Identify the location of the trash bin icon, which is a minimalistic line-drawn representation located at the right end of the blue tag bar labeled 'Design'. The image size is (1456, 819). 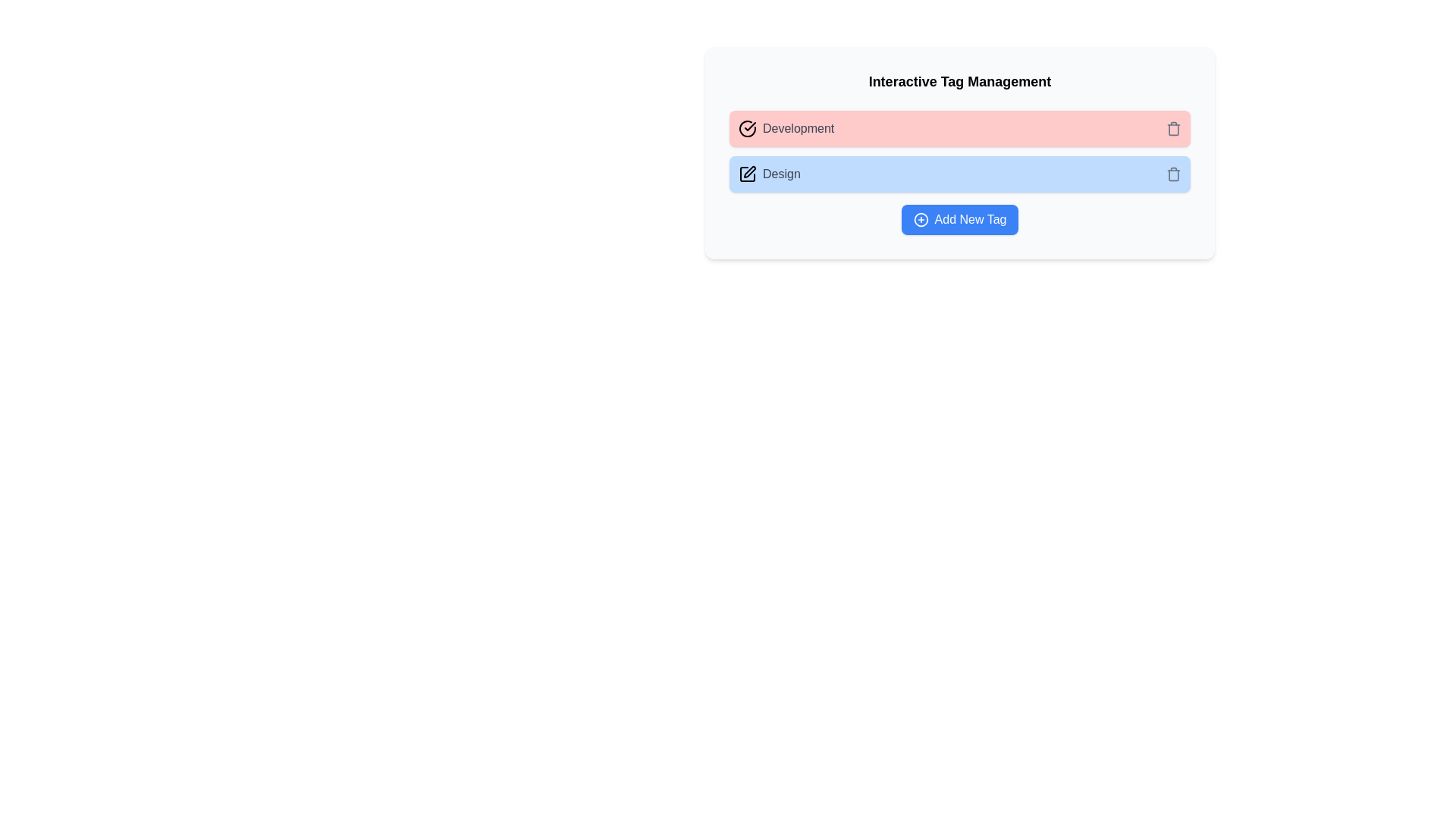
(1173, 174).